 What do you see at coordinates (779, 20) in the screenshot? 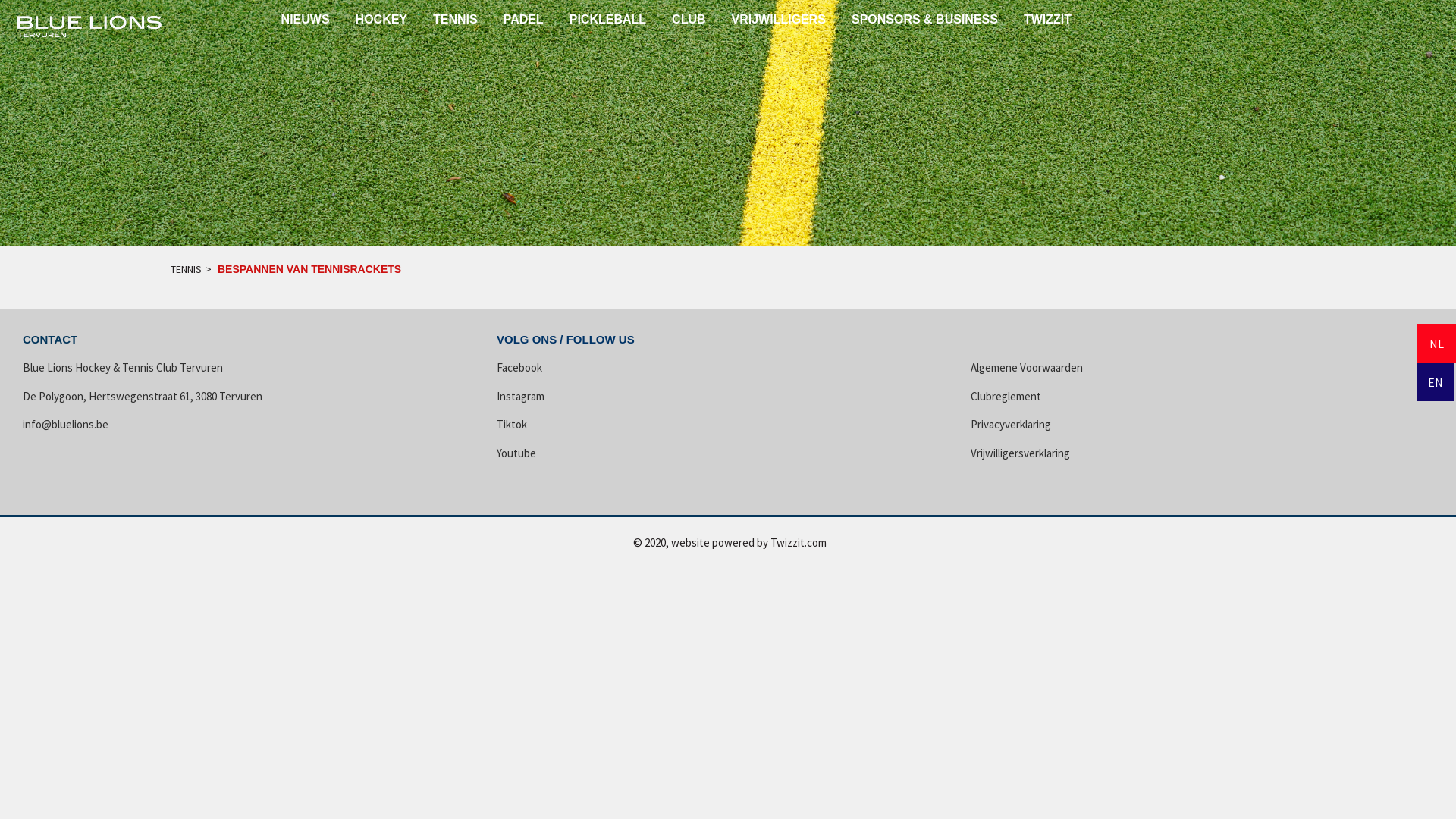
I see `'VRIJWILLIGERS'` at bounding box center [779, 20].